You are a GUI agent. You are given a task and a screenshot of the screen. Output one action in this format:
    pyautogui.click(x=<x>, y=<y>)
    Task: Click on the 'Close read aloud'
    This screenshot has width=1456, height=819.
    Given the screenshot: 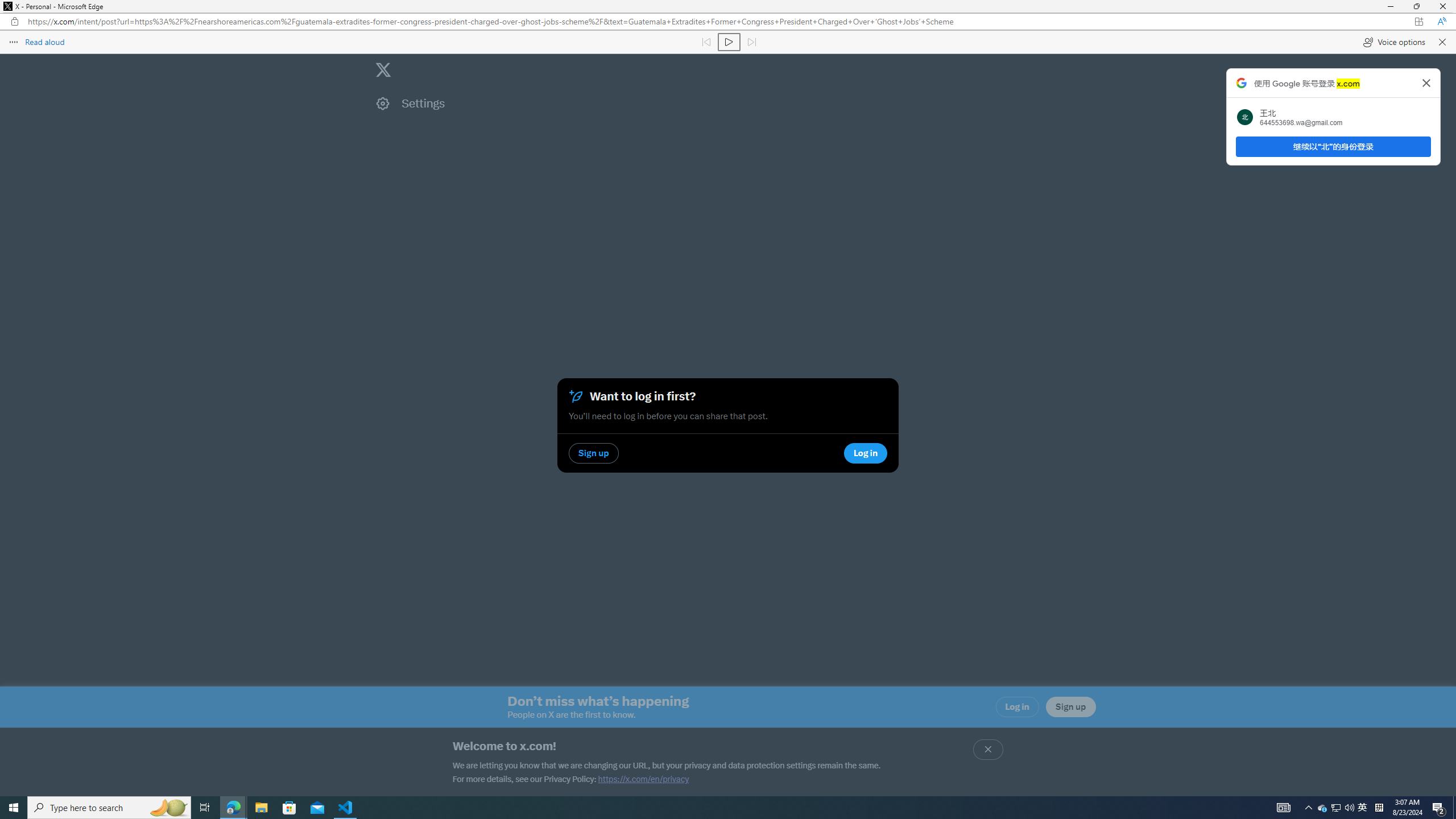 What is the action you would take?
    pyautogui.click(x=1441, y=41)
    